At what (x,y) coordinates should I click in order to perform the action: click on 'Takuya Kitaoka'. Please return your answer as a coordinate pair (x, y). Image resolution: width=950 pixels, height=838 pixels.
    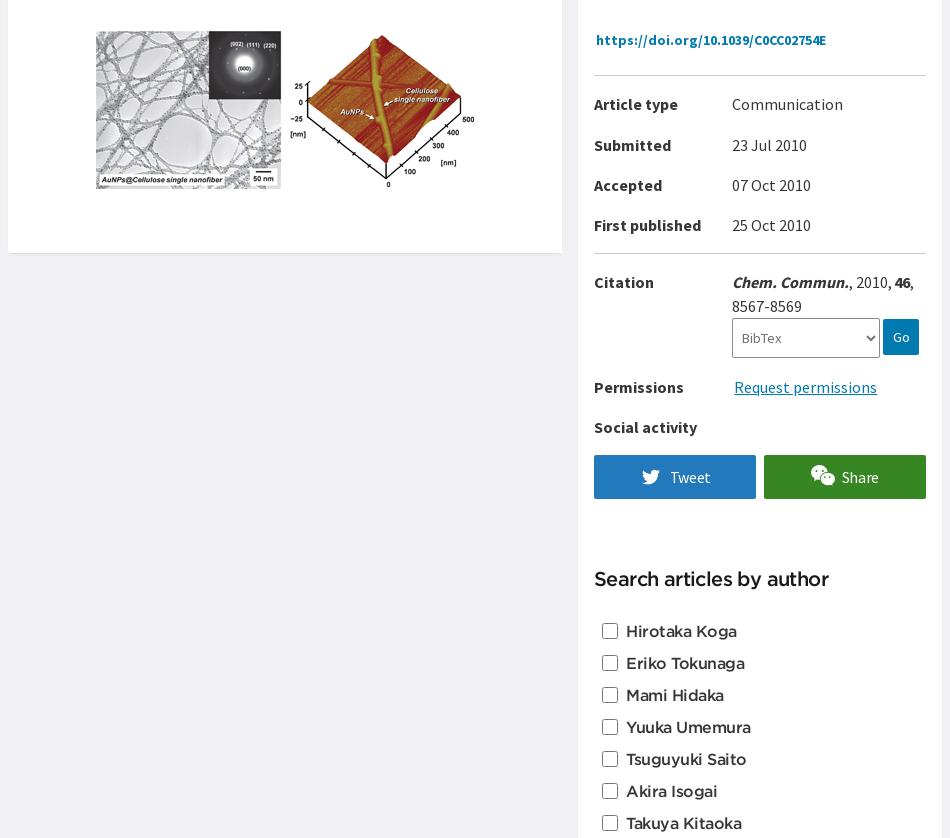
    Looking at the image, I should click on (683, 821).